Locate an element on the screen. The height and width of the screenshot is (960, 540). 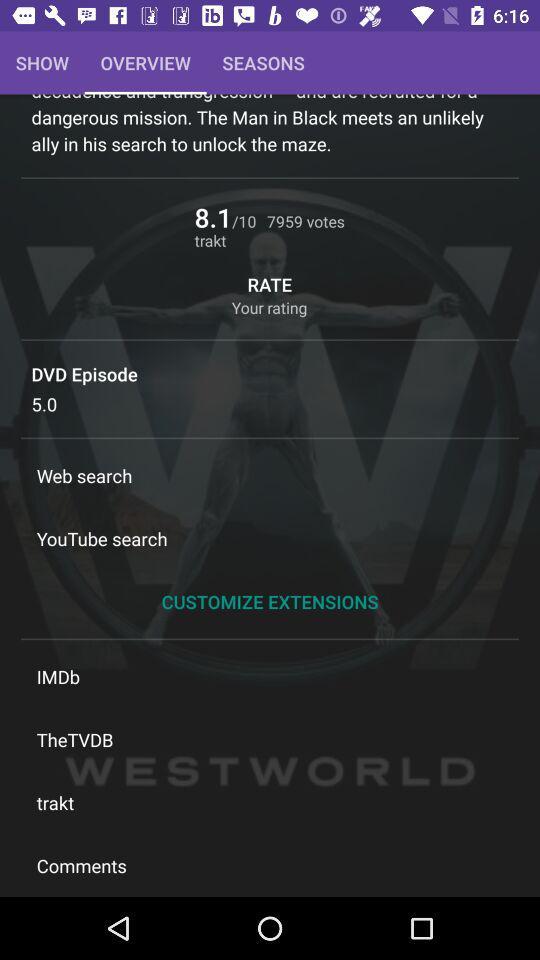
web search is located at coordinates (270, 475).